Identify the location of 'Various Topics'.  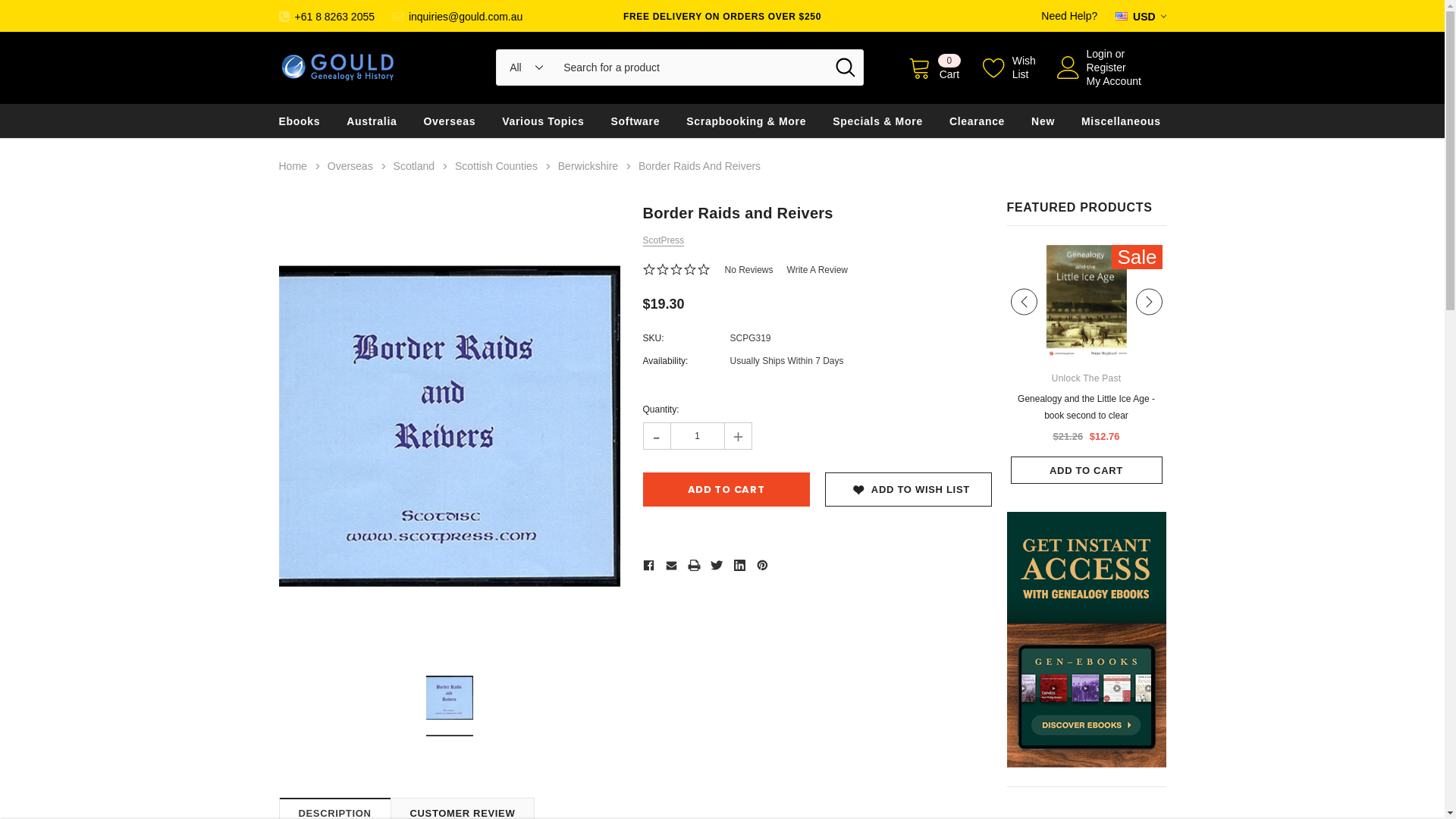
(502, 120).